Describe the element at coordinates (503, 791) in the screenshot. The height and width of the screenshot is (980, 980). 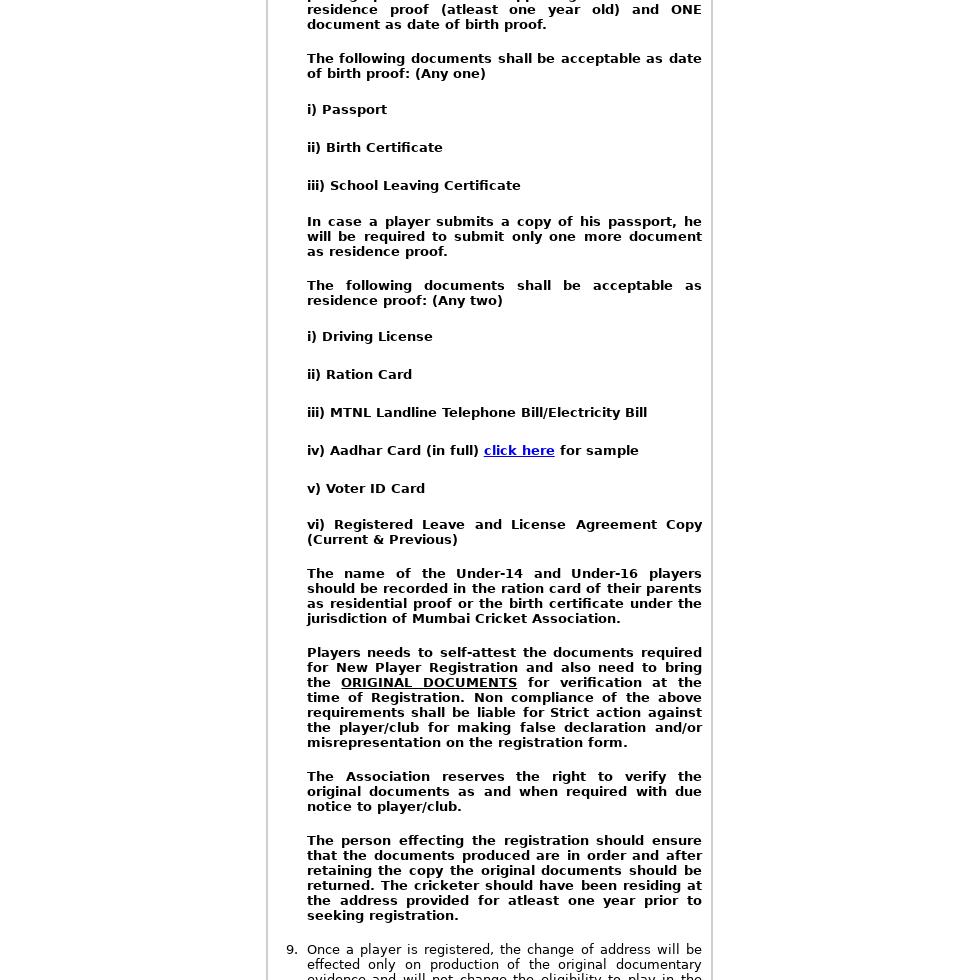
I see `'The Association reserves the right to verify the original documents as and when required with due notice to player/club.'` at that location.